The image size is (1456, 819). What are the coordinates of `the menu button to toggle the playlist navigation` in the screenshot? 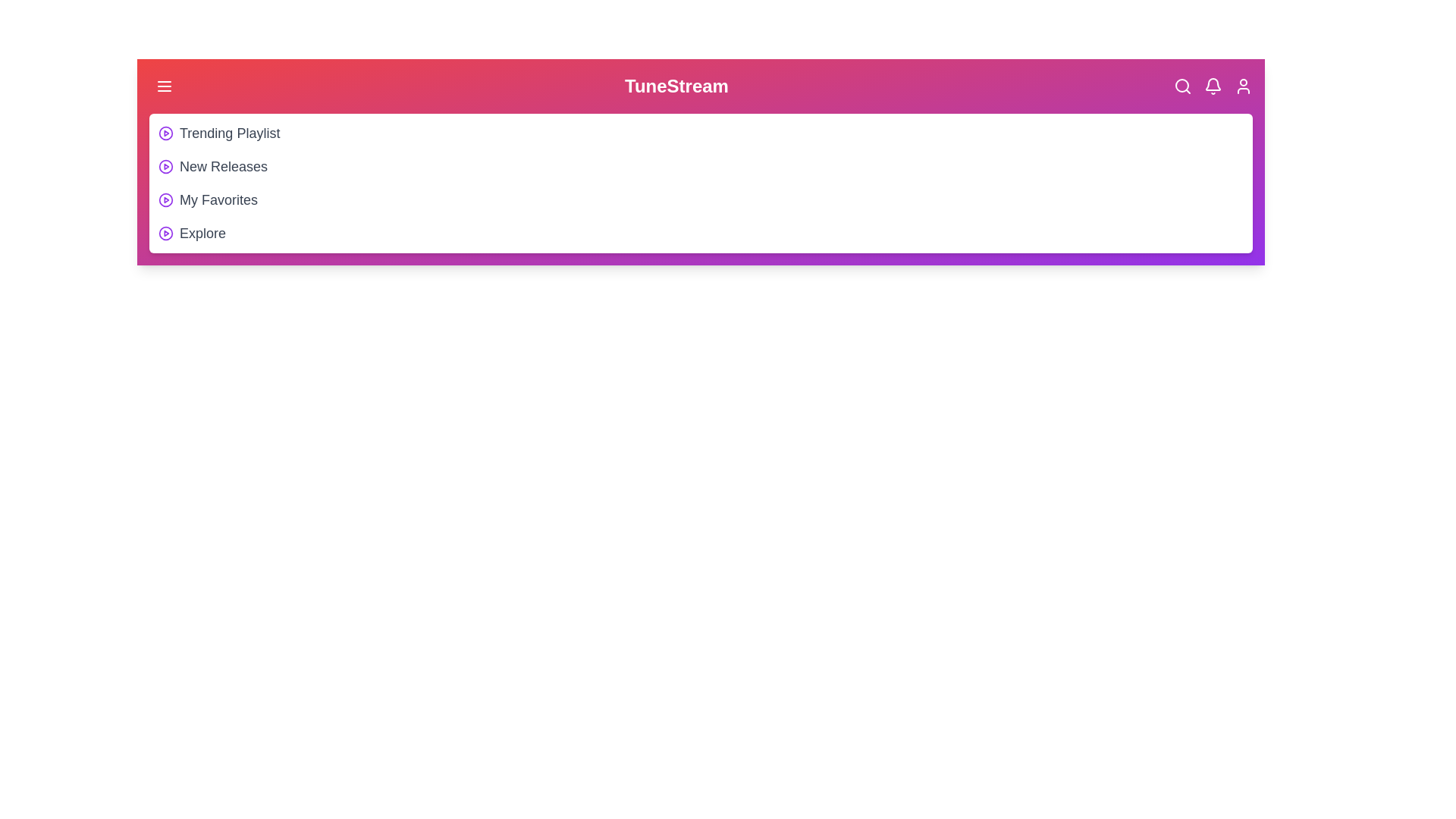 It's located at (164, 86).